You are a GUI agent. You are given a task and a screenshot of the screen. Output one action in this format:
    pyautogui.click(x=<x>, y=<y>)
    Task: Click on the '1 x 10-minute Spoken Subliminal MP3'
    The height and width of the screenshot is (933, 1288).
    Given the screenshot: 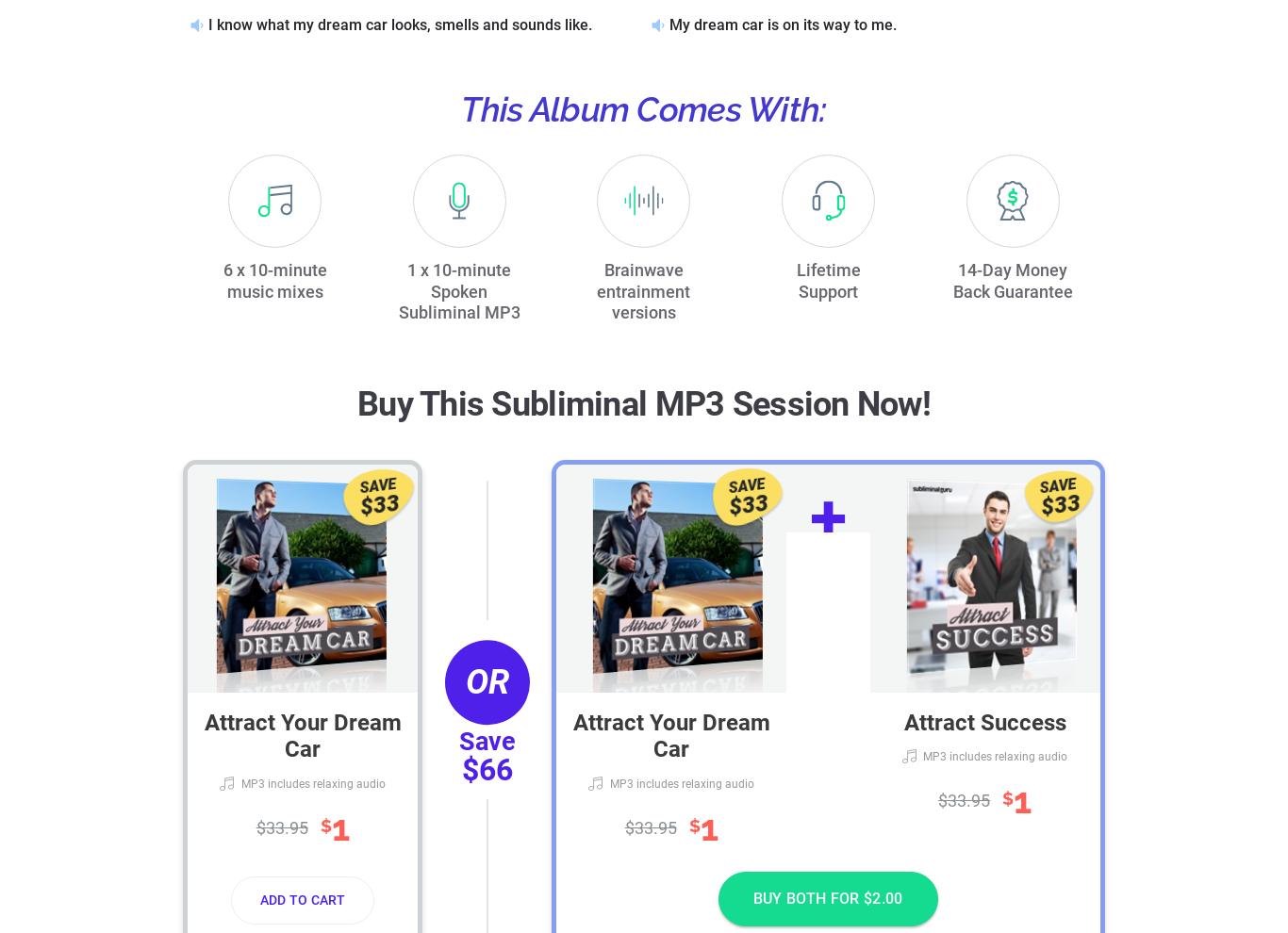 What is the action you would take?
    pyautogui.click(x=458, y=289)
    